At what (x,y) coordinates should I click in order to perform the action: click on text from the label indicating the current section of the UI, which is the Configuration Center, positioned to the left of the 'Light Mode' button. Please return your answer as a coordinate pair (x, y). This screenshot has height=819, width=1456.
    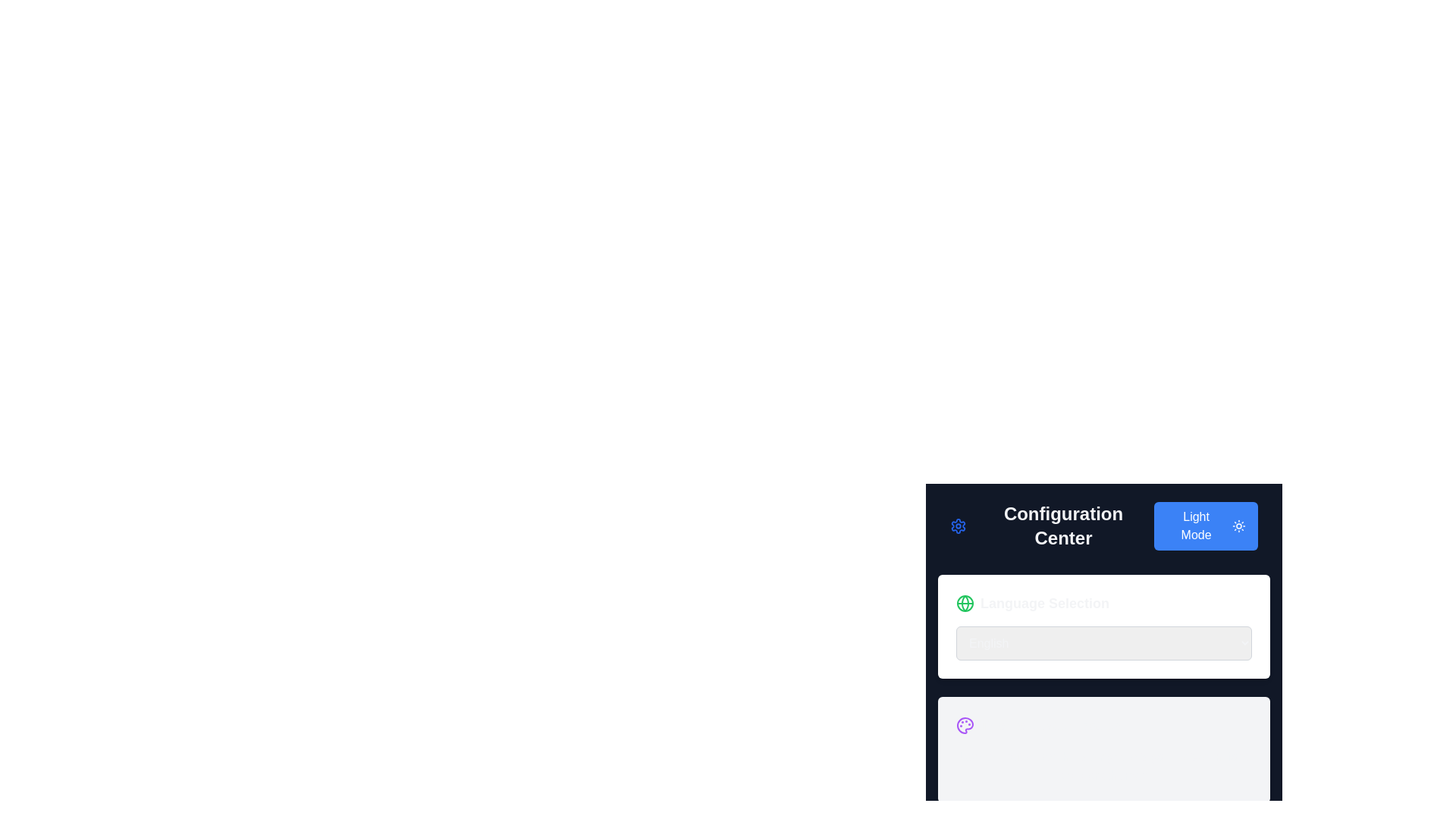
    Looking at the image, I should click on (1051, 526).